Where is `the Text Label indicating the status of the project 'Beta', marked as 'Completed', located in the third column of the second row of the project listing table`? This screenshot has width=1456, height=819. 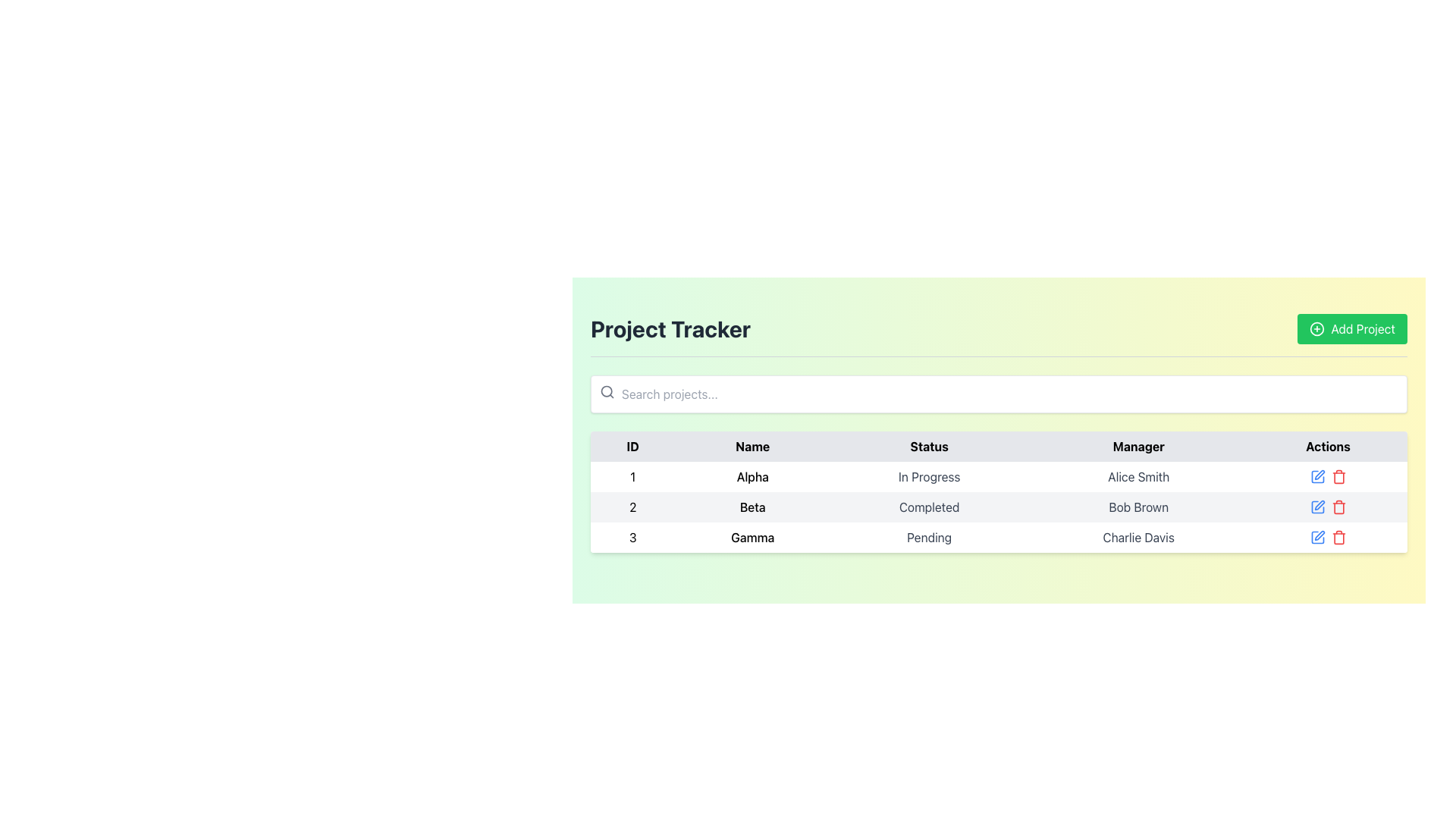 the Text Label indicating the status of the project 'Beta', marked as 'Completed', located in the third column of the second row of the project listing table is located at coordinates (928, 507).